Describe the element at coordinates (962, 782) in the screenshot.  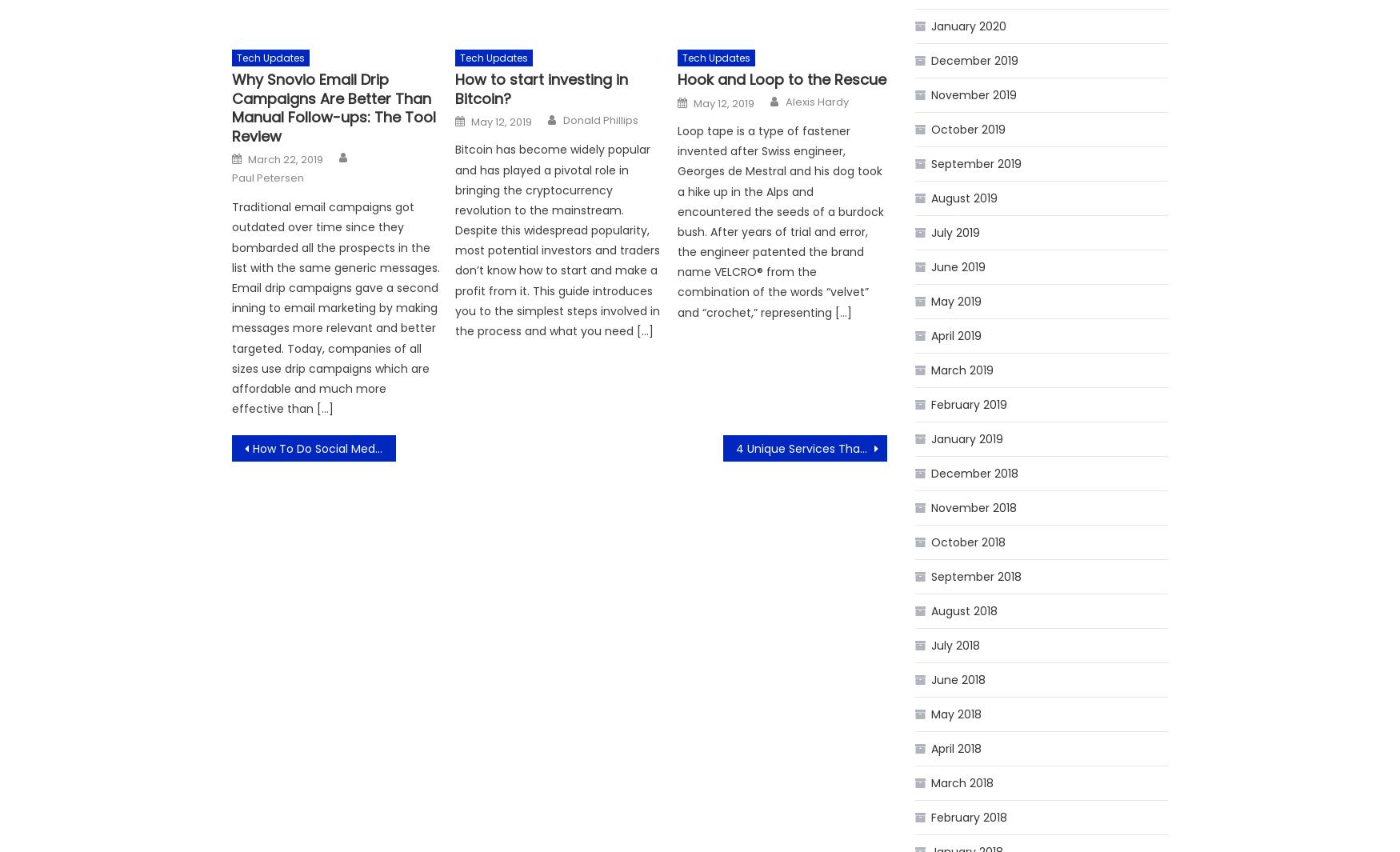
I see `'March 2018'` at that location.